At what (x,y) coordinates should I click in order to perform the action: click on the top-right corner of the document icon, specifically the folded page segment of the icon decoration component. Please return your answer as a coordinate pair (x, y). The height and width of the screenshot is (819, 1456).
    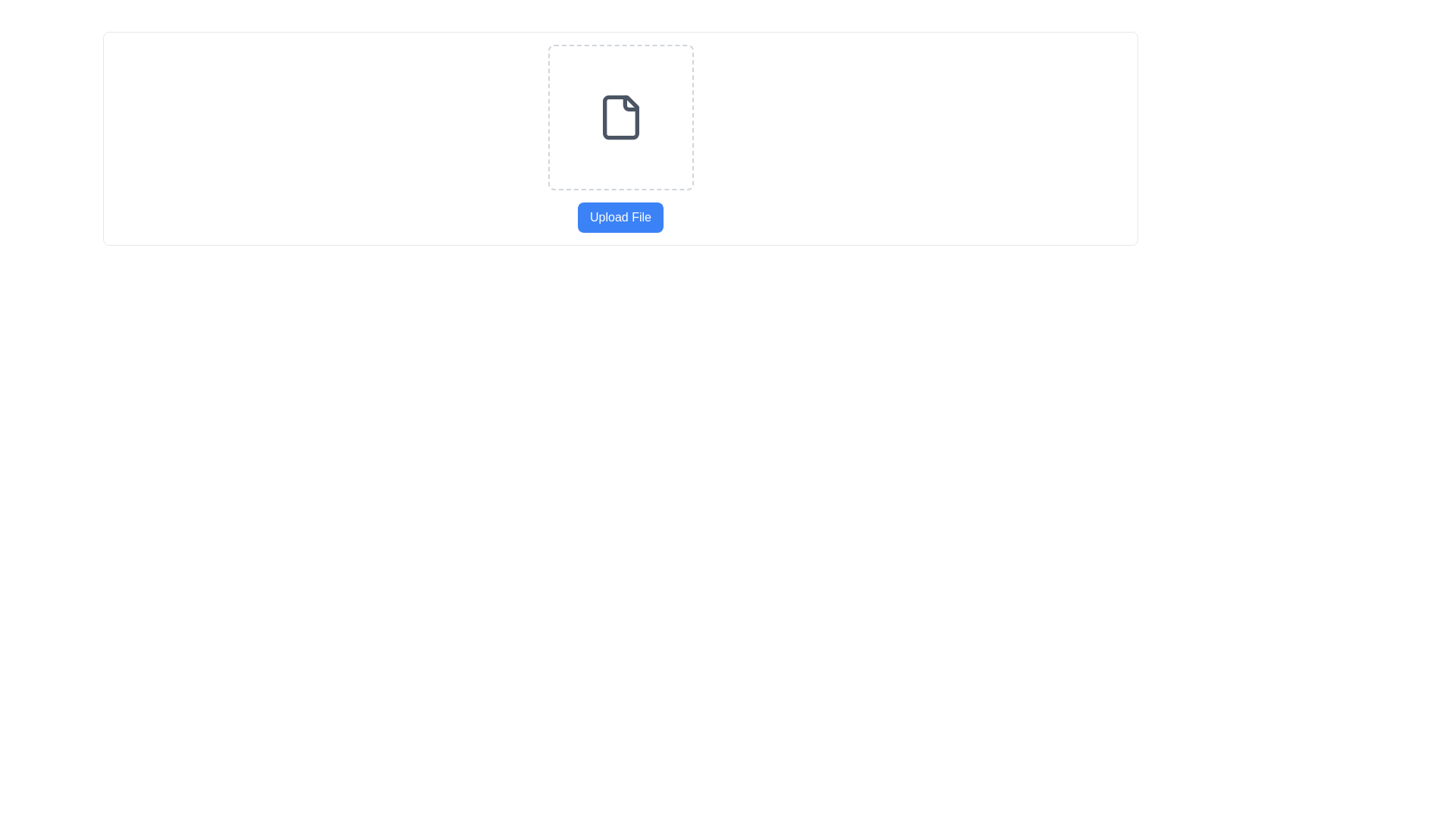
    Looking at the image, I should click on (630, 102).